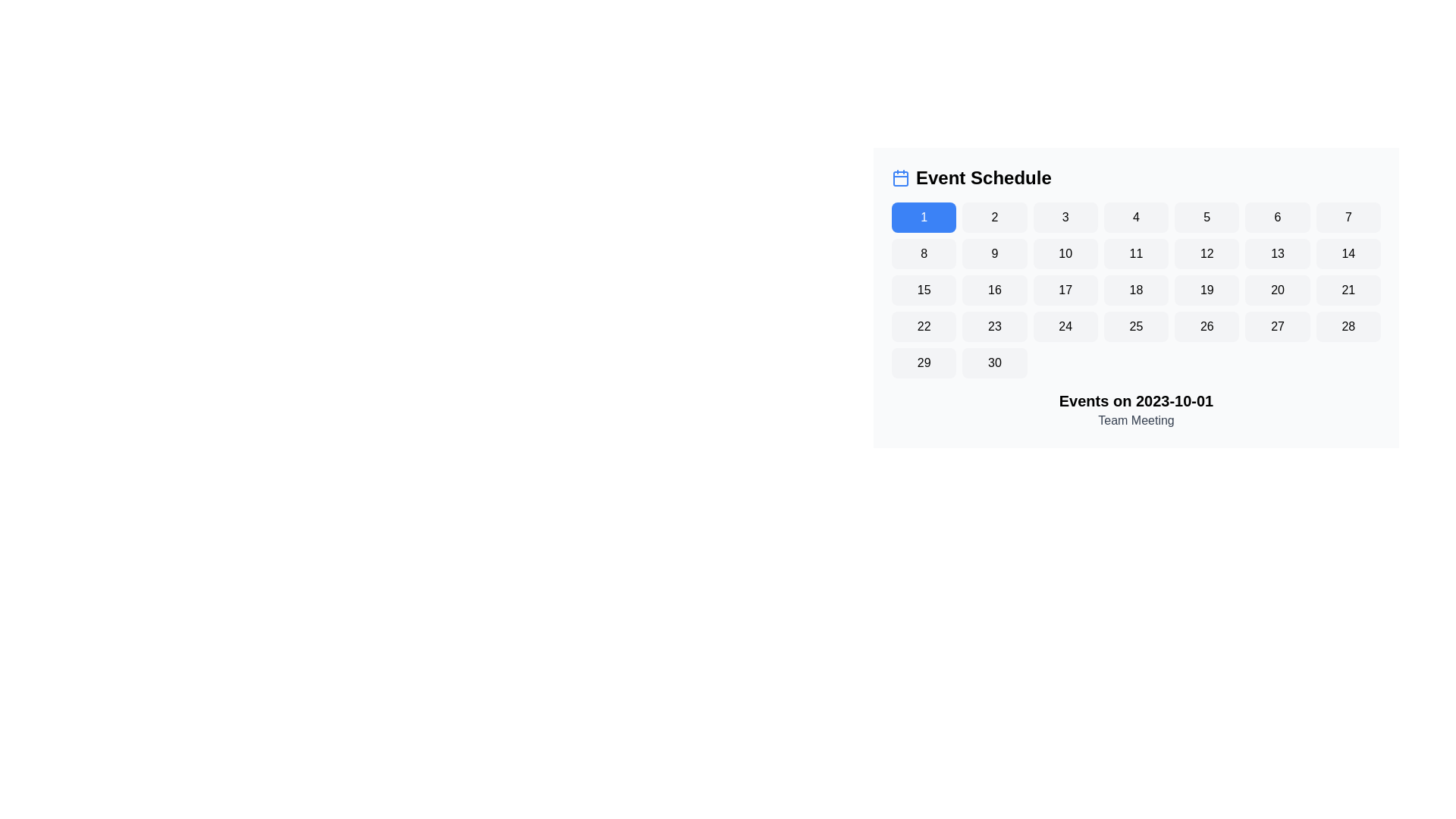 The width and height of the screenshot is (1456, 819). Describe the element at coordinates (1065, 253) in the screenshot. I see `the rounded rectangular button with a light gray background and black text displaying the number '10'` at that location.